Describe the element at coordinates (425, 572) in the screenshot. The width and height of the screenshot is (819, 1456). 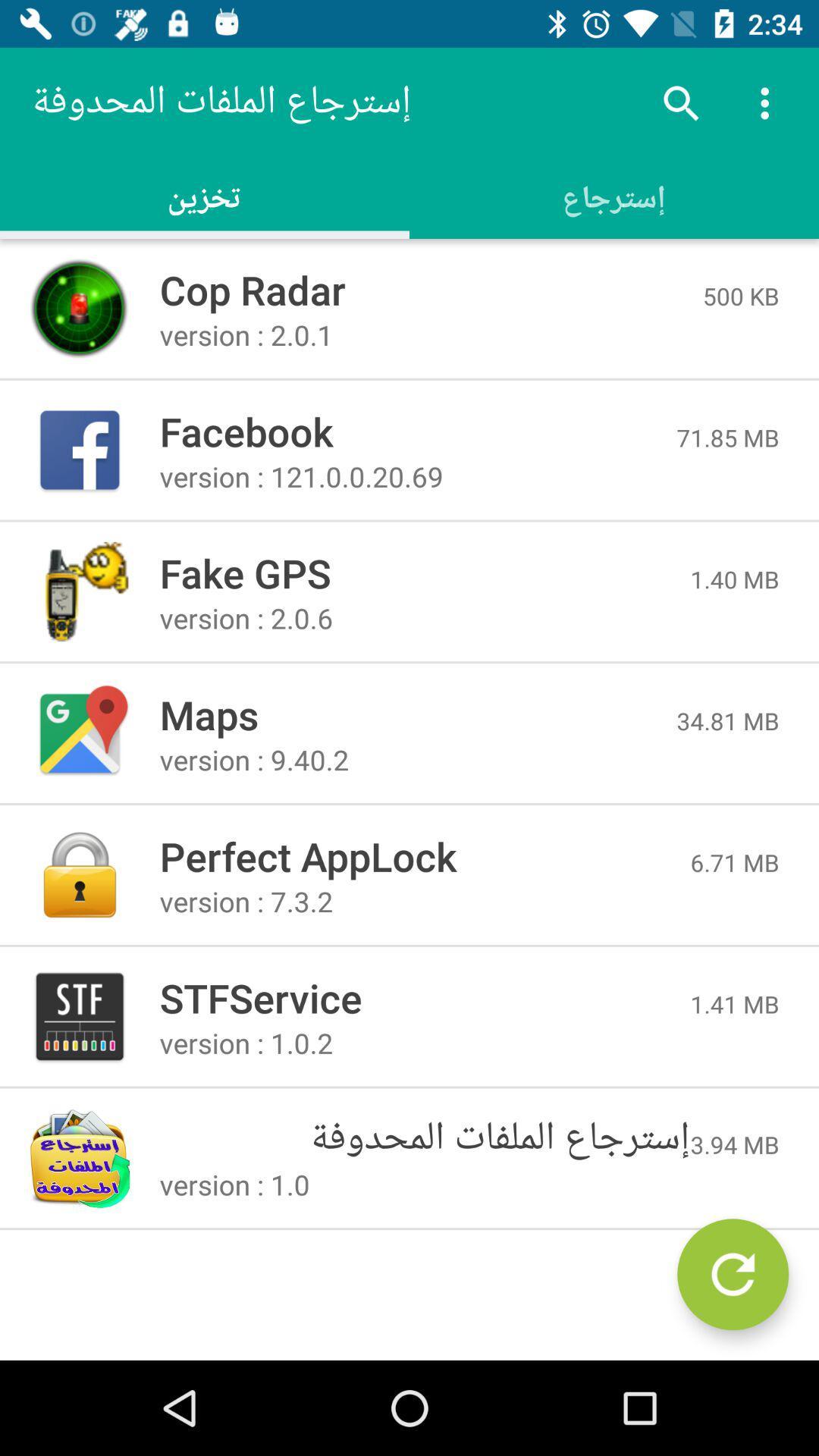
I see `icon next to the 1.40 mb icon` at that location.